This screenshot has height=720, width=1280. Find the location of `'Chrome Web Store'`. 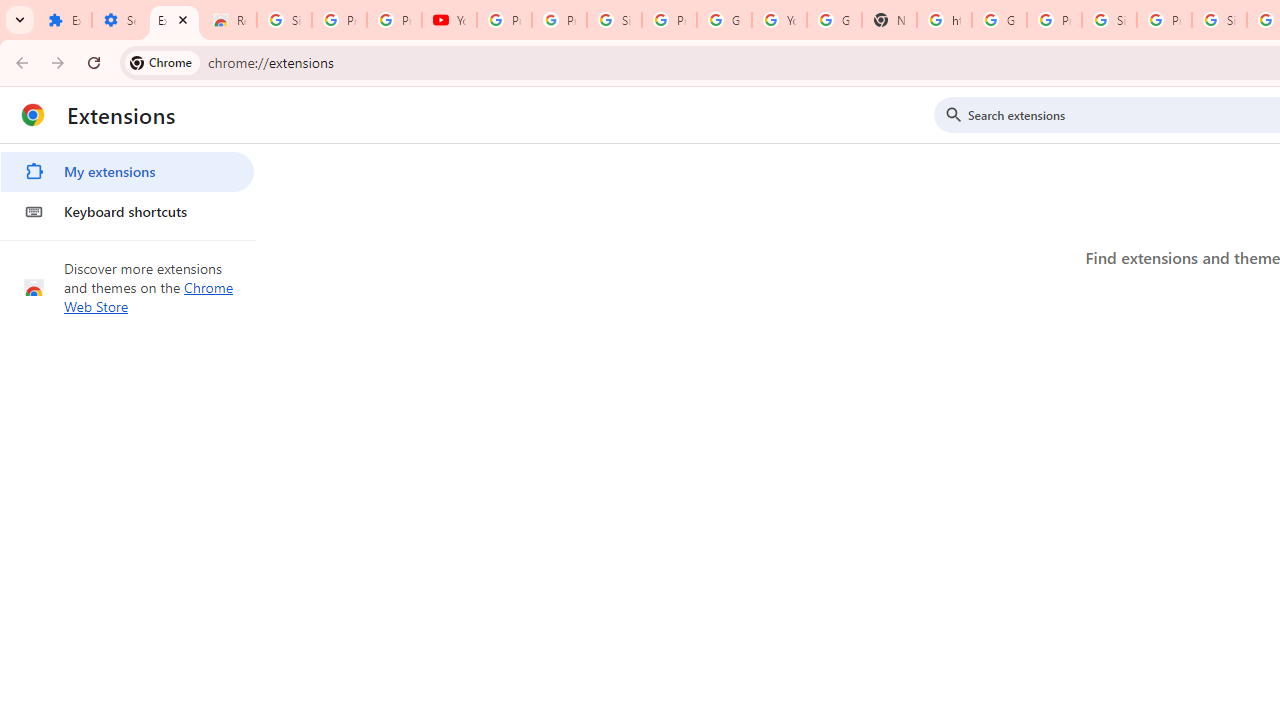

'Chrome Web Store' is located at coordinates (148, 297).